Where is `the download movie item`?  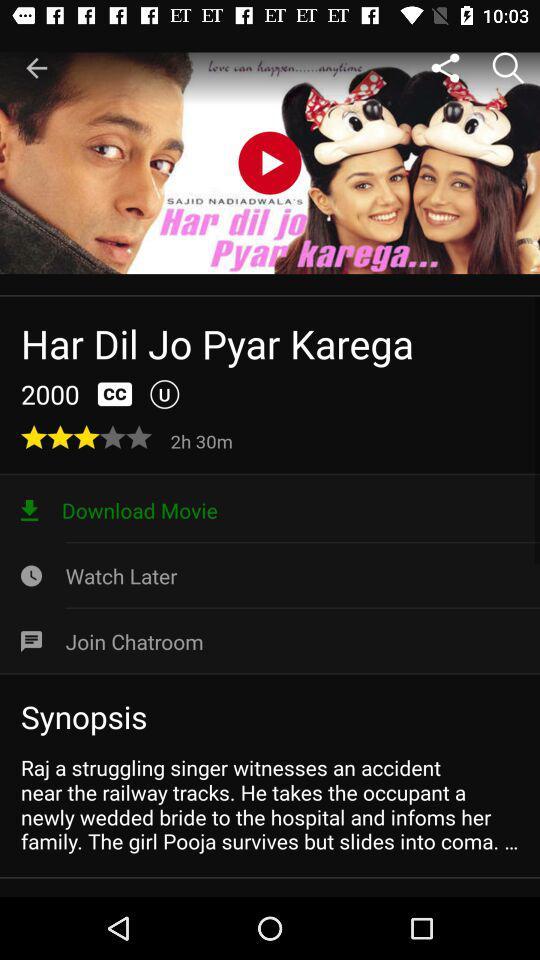
the download movie item is located at coordinates (270, 509).